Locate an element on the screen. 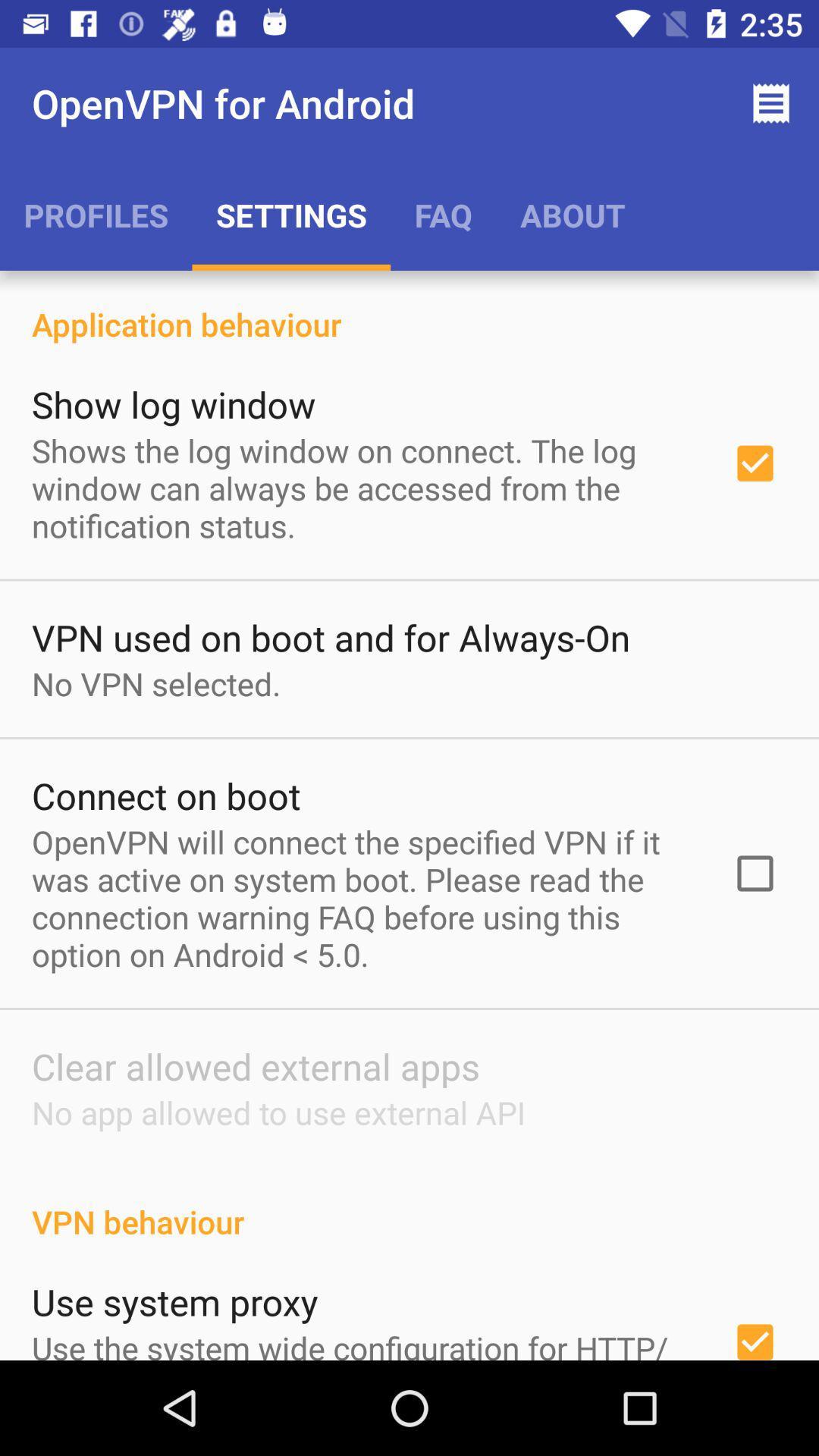 This screenshot has height=1456, width=819. the profiles item is located at coordinates (96, 214).